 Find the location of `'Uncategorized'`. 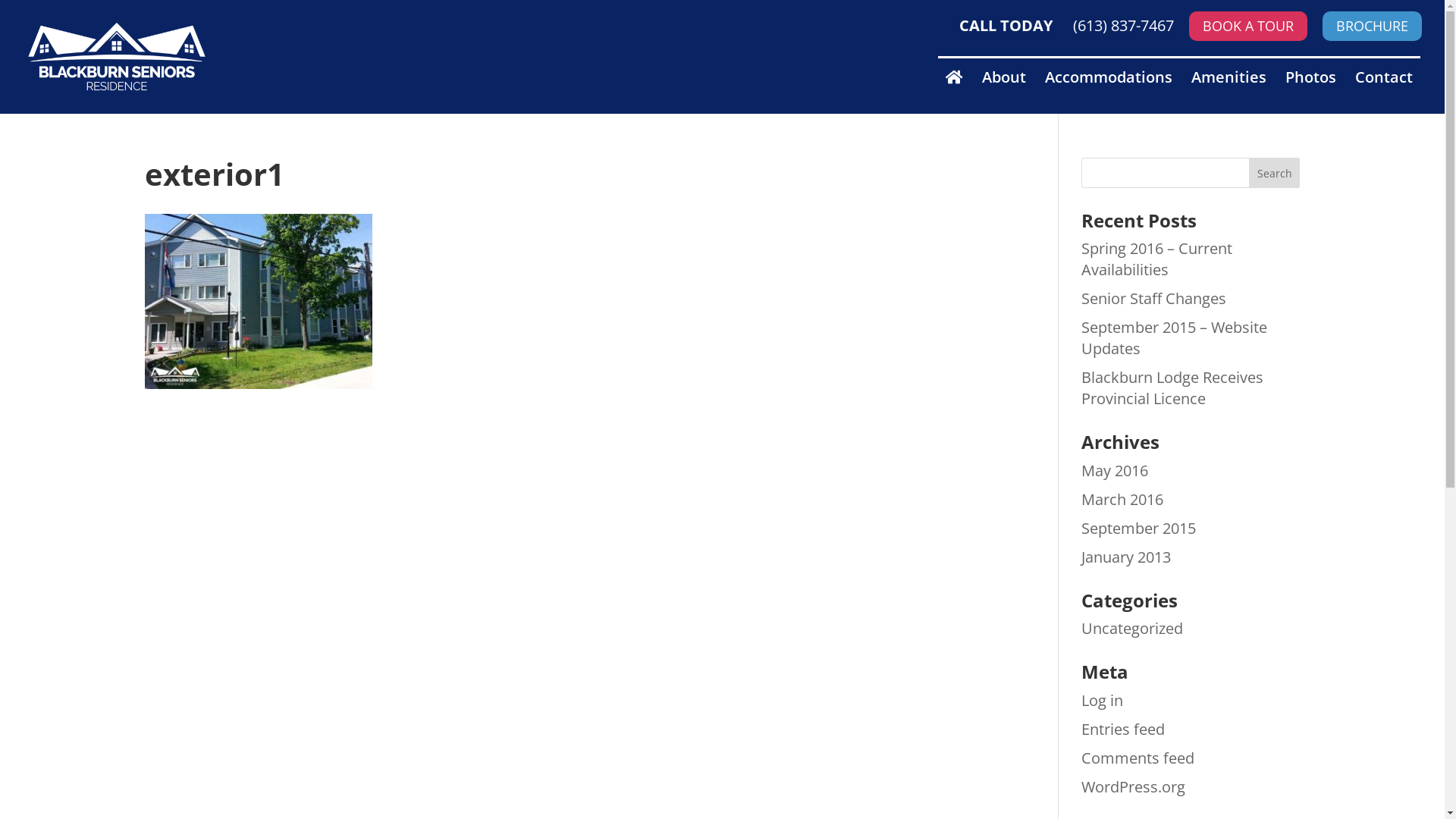

'Uncategorized' is located at coordinates (1131, 628).